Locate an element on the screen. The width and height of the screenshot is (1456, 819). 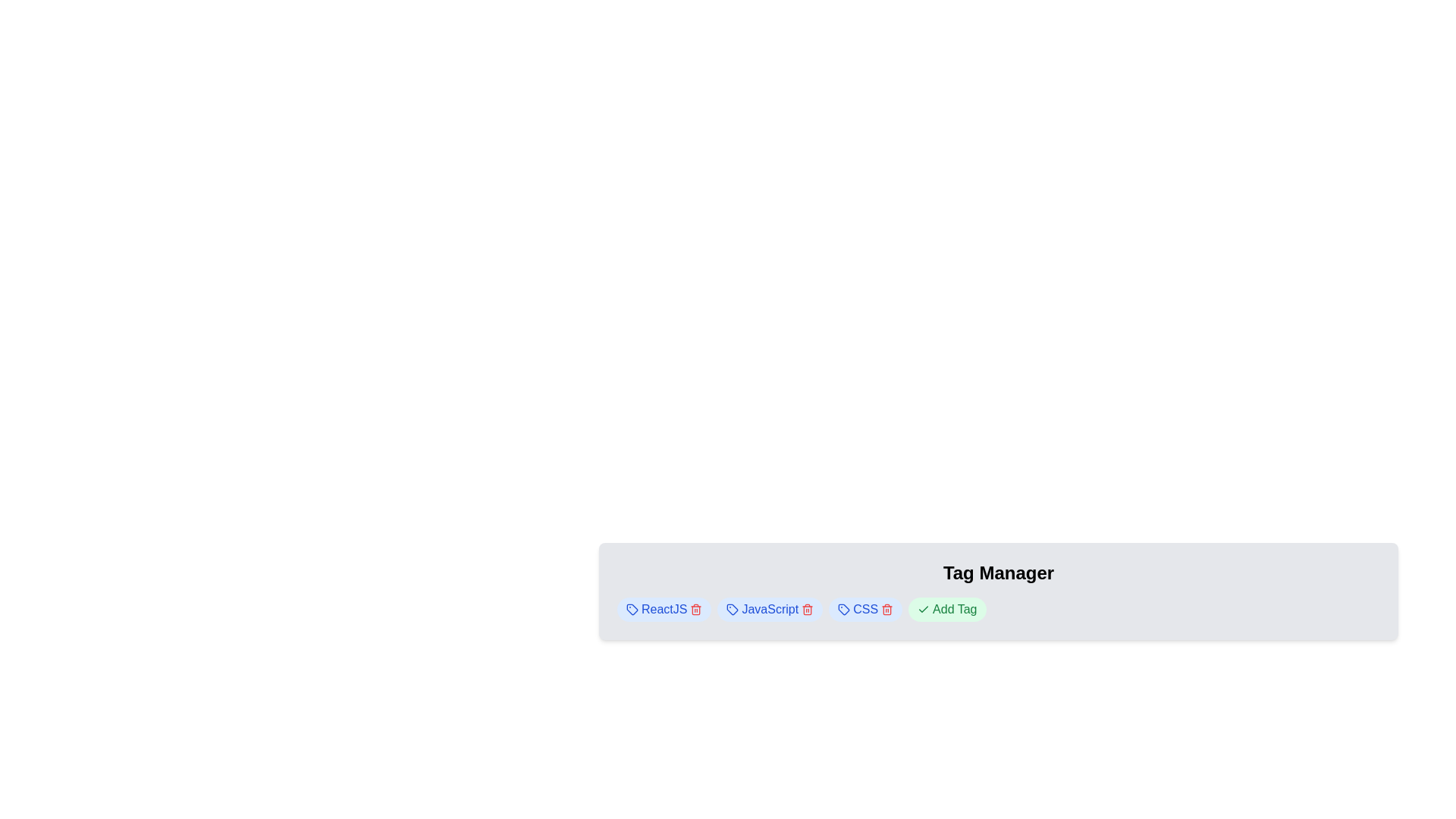
the trash icon button at the end of the 'CSS' tag is located at coordinates (887, 608).